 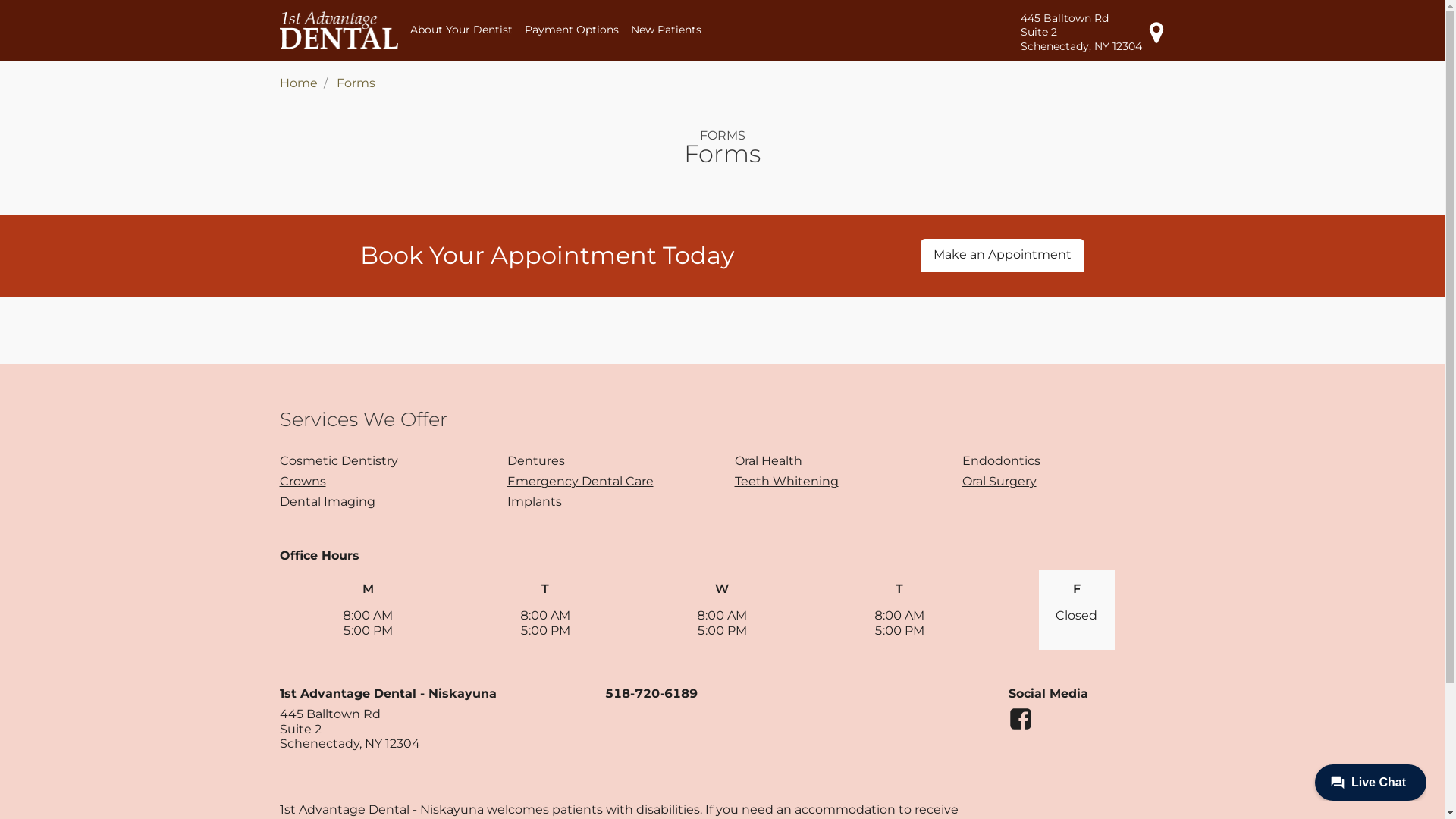 I want to click on 'Emergency Dental Care', so click(x=506, y=481).